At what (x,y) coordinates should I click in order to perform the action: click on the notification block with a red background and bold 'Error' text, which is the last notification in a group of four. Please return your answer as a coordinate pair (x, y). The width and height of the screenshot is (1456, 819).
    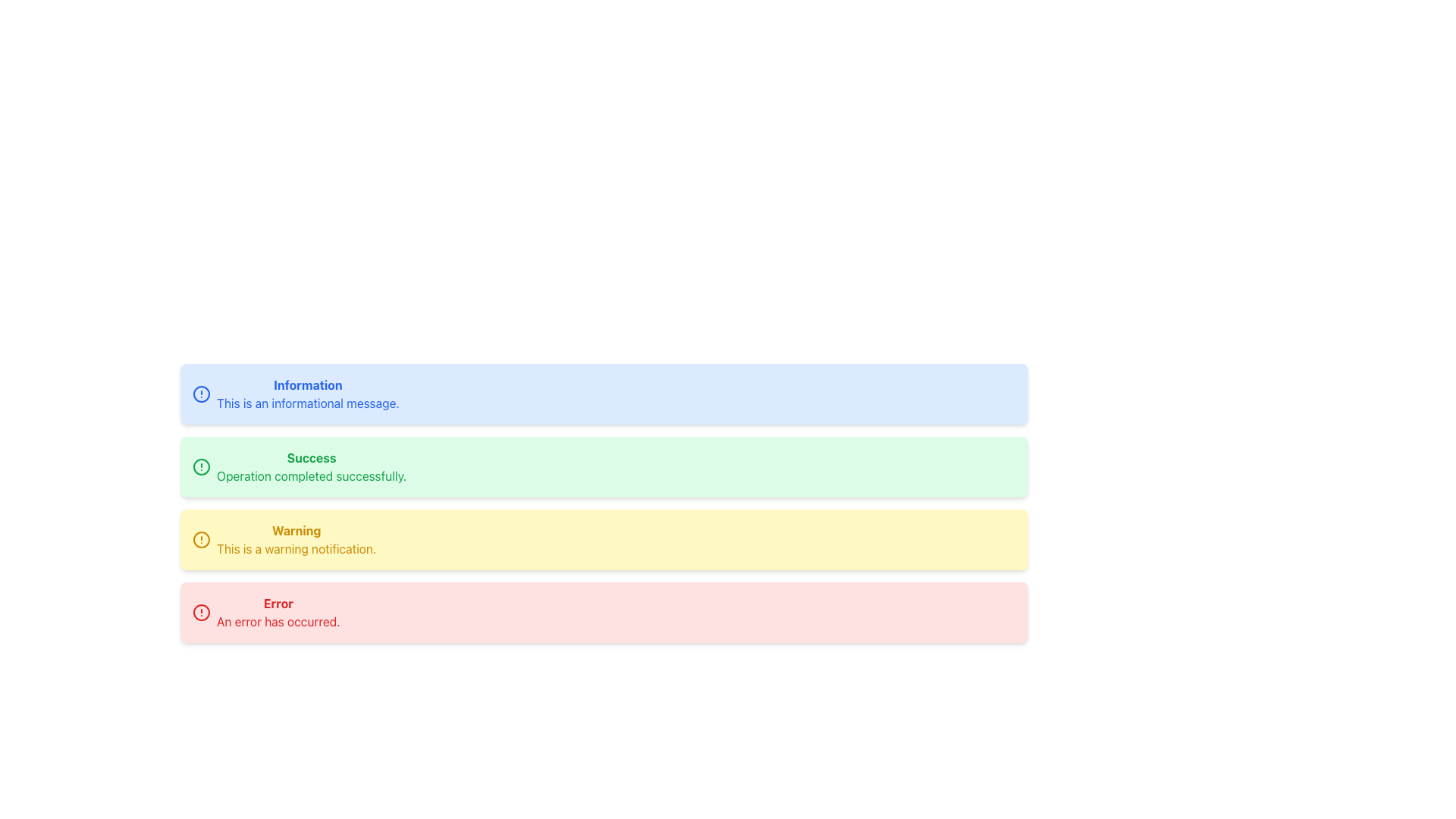
    Looking at the image, I should click on (603, 611).